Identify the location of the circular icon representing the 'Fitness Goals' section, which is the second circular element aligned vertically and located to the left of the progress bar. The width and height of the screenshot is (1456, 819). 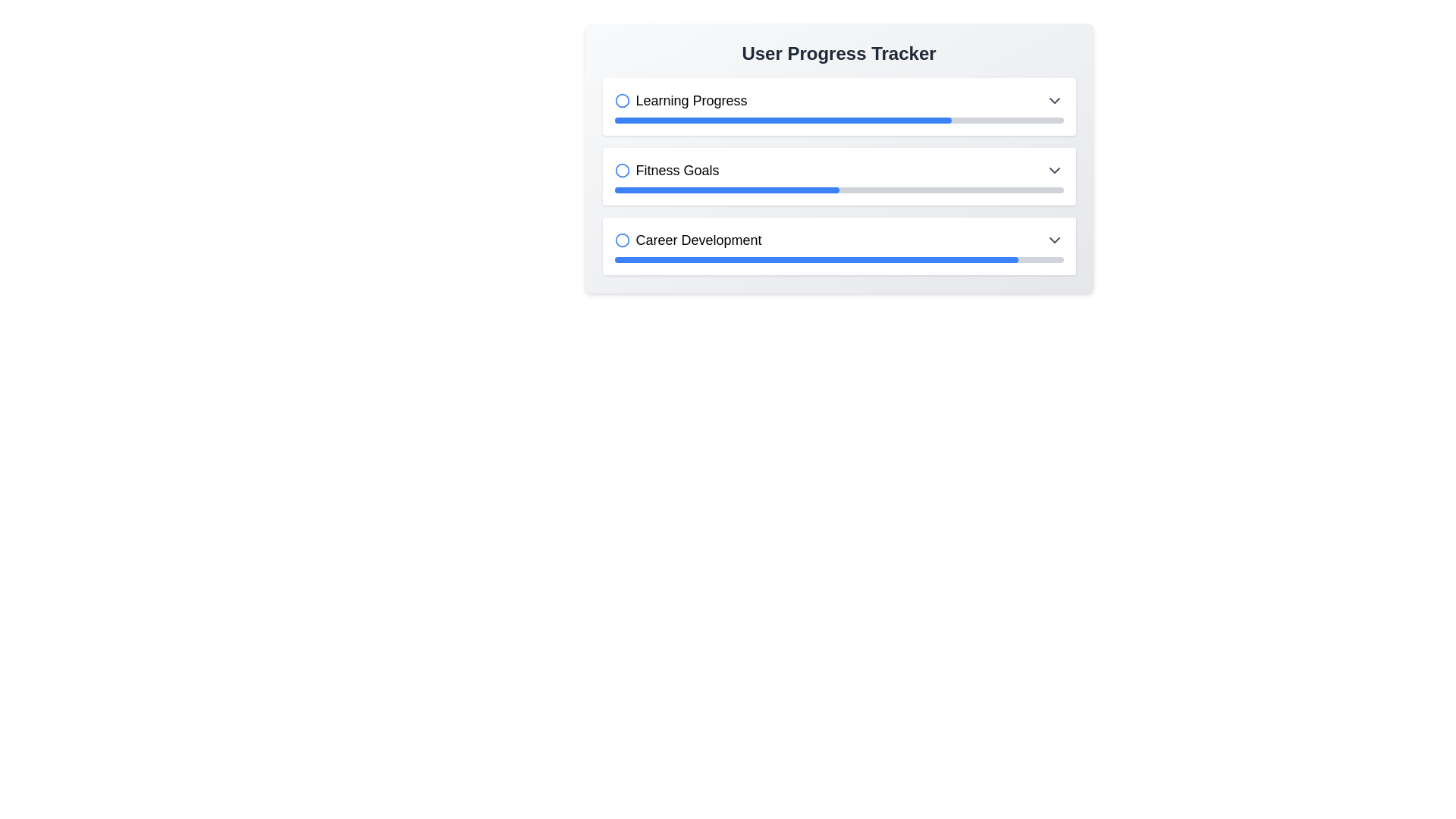
(622, 170).